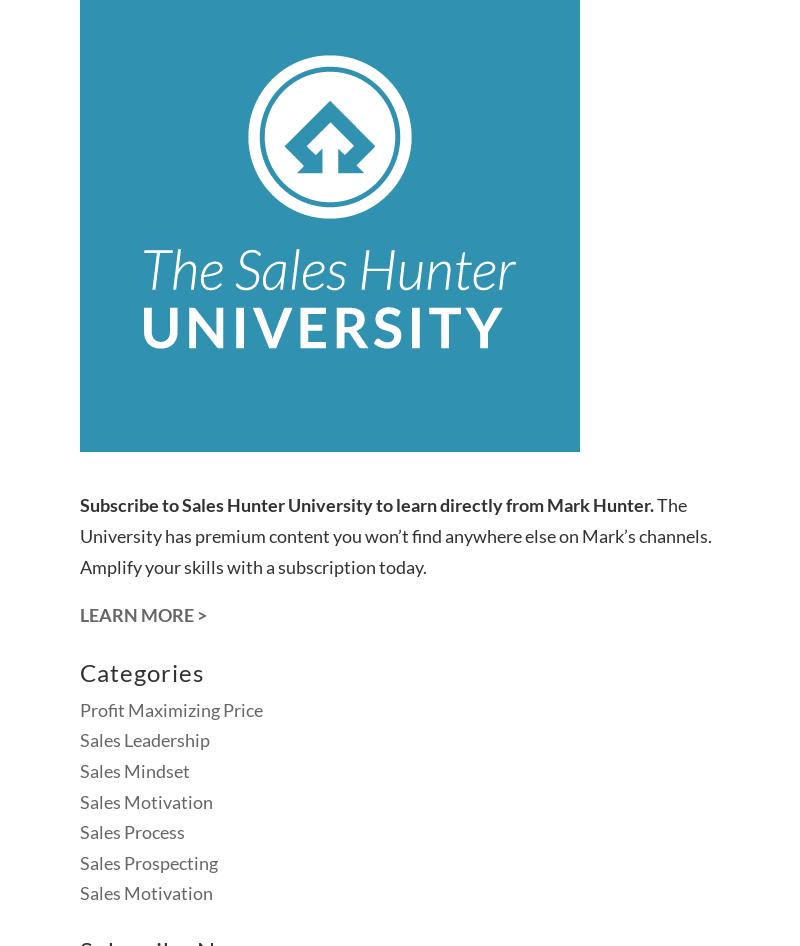 Image resolution: width=800 pixels, height=946 pixels. I want to click on 'Subscribe to Sales Hunter University to learn directly from Mark Hunter.', so click(367, 504).